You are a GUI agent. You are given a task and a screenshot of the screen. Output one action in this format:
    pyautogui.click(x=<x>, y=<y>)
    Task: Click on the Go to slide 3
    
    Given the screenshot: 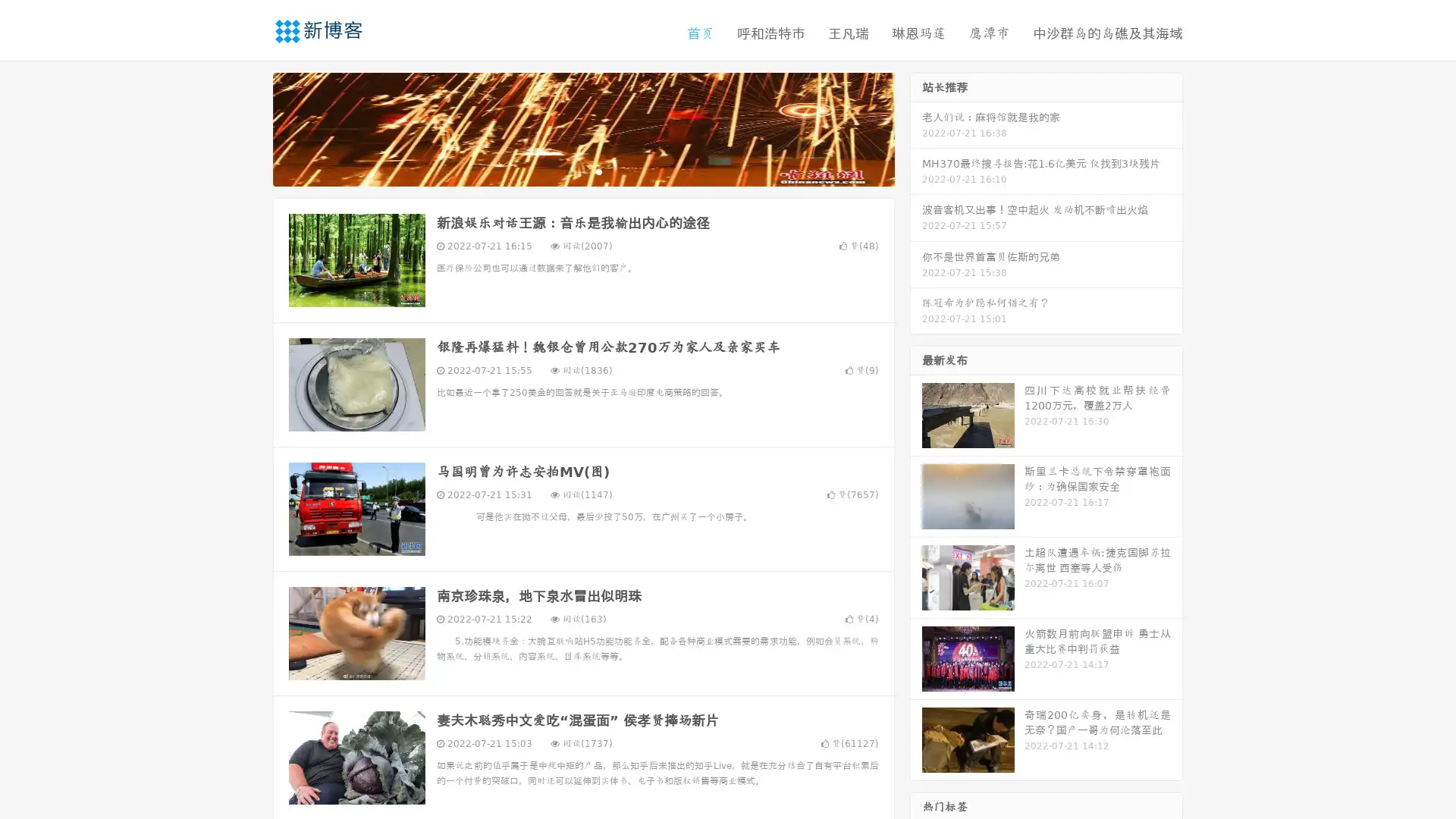 What is the action you would take?
    pyautogui.click(x=598, y=171)
    